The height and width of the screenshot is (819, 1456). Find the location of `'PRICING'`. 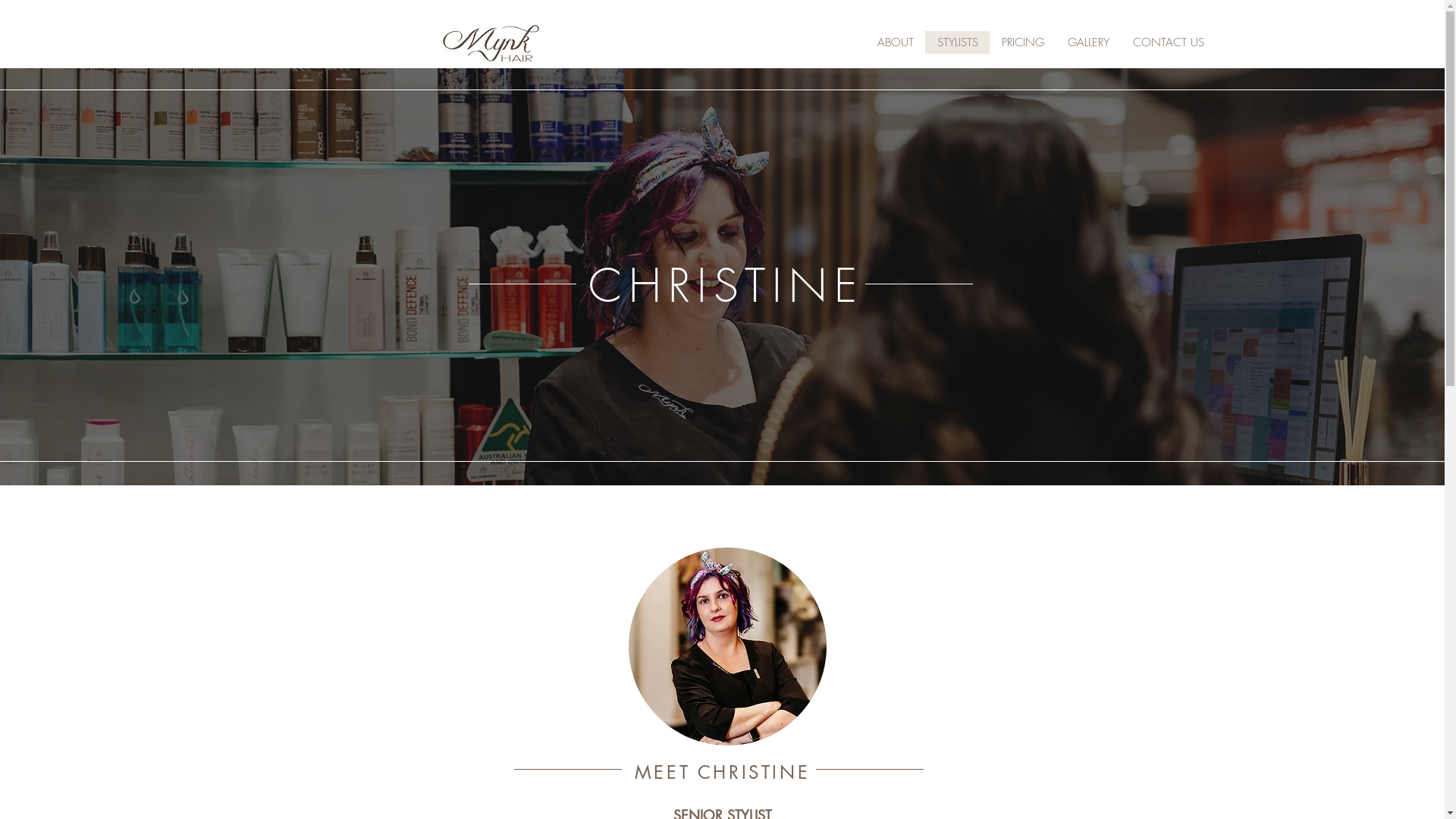

'PRICING' is located at coordinates (1022, 42).